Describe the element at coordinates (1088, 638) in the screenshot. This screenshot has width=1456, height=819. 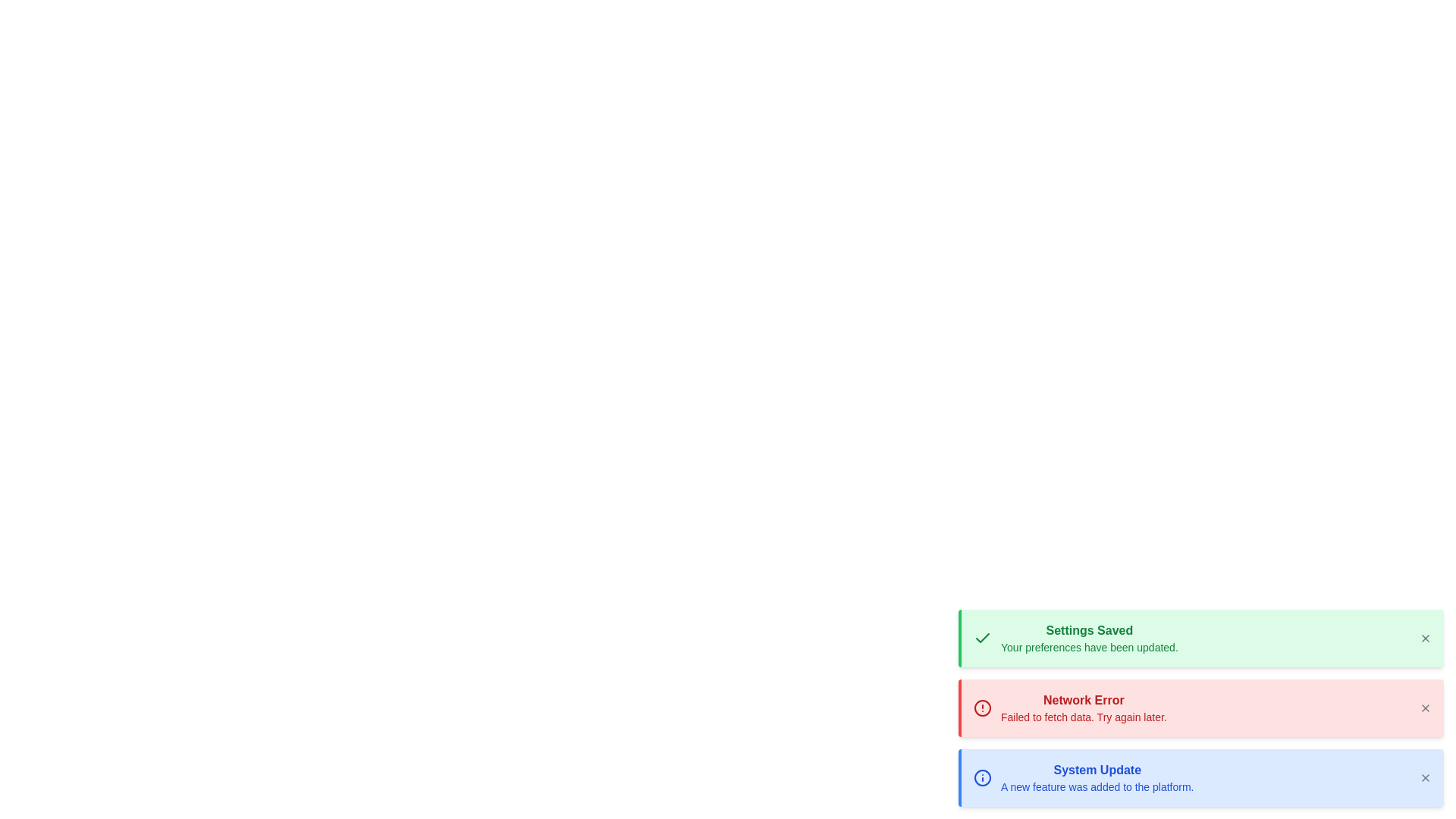
I see `the 'Settings Saved' notification message element with a green background that contains the text 'Settings Saved' and 'Your preferences have been updated', located in the bottom-right section of the interface` at that location.